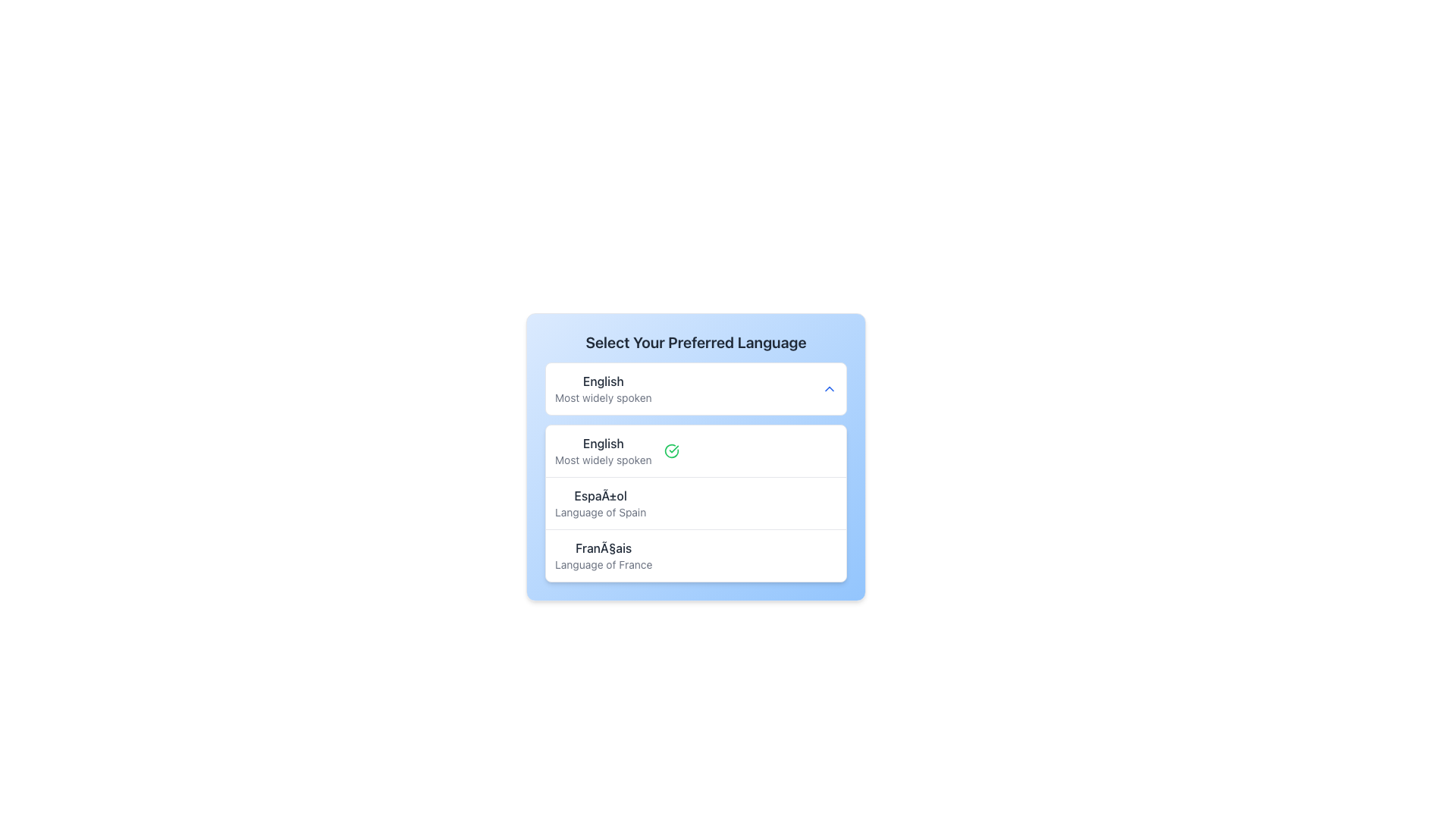  I want to click on the 'French' language selection option in the dropdown menu, so click(695, 555).